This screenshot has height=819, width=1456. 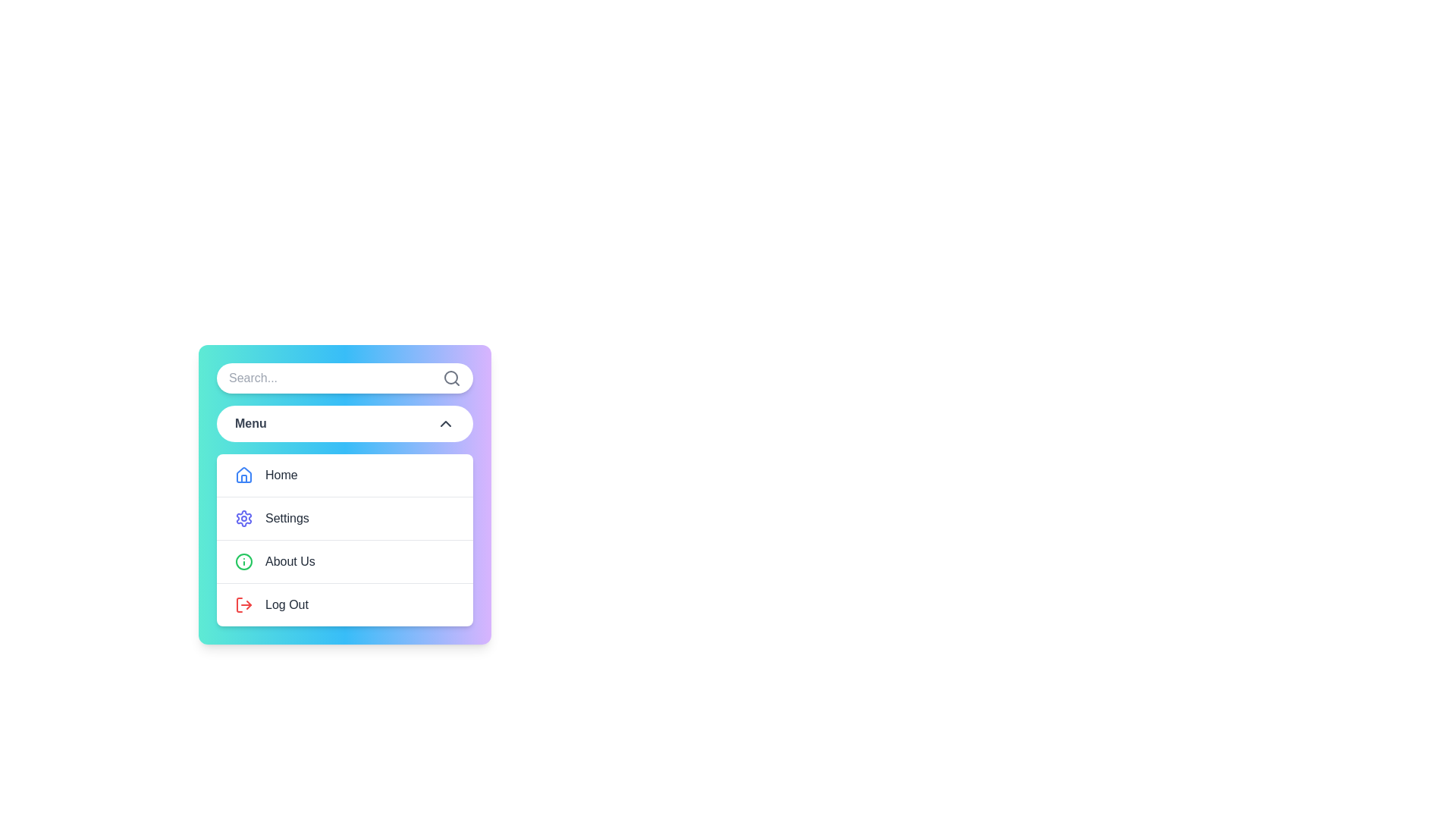 What do you see at coordinates (243, 517) in the screenshot?
I see `the gear-like icon styled in blueish-purple color located in the sidebar menu, adjacent to the 'Settings' text` at bounding box center [243, 517].